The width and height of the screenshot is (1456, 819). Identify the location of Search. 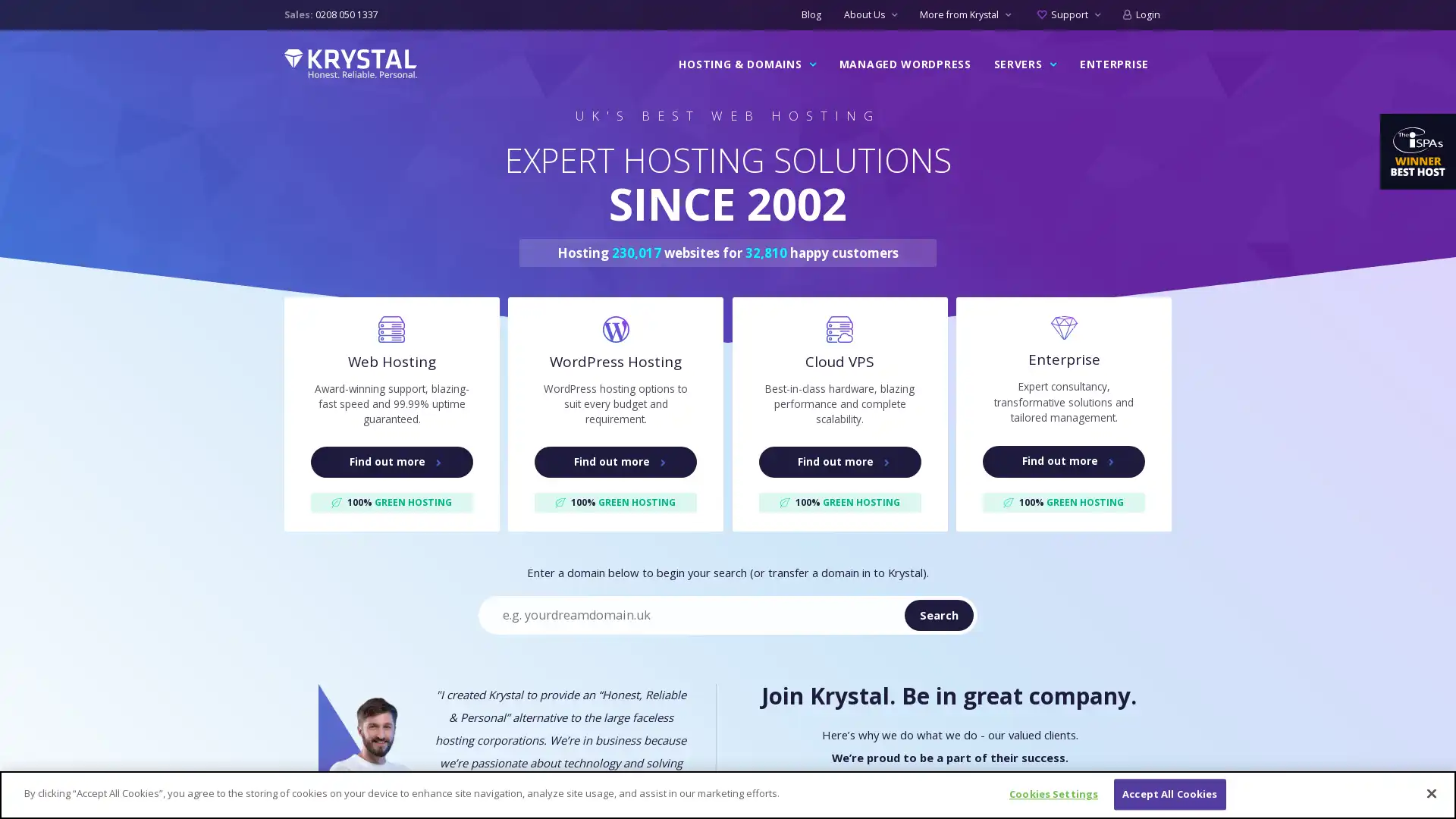
(938, 614).